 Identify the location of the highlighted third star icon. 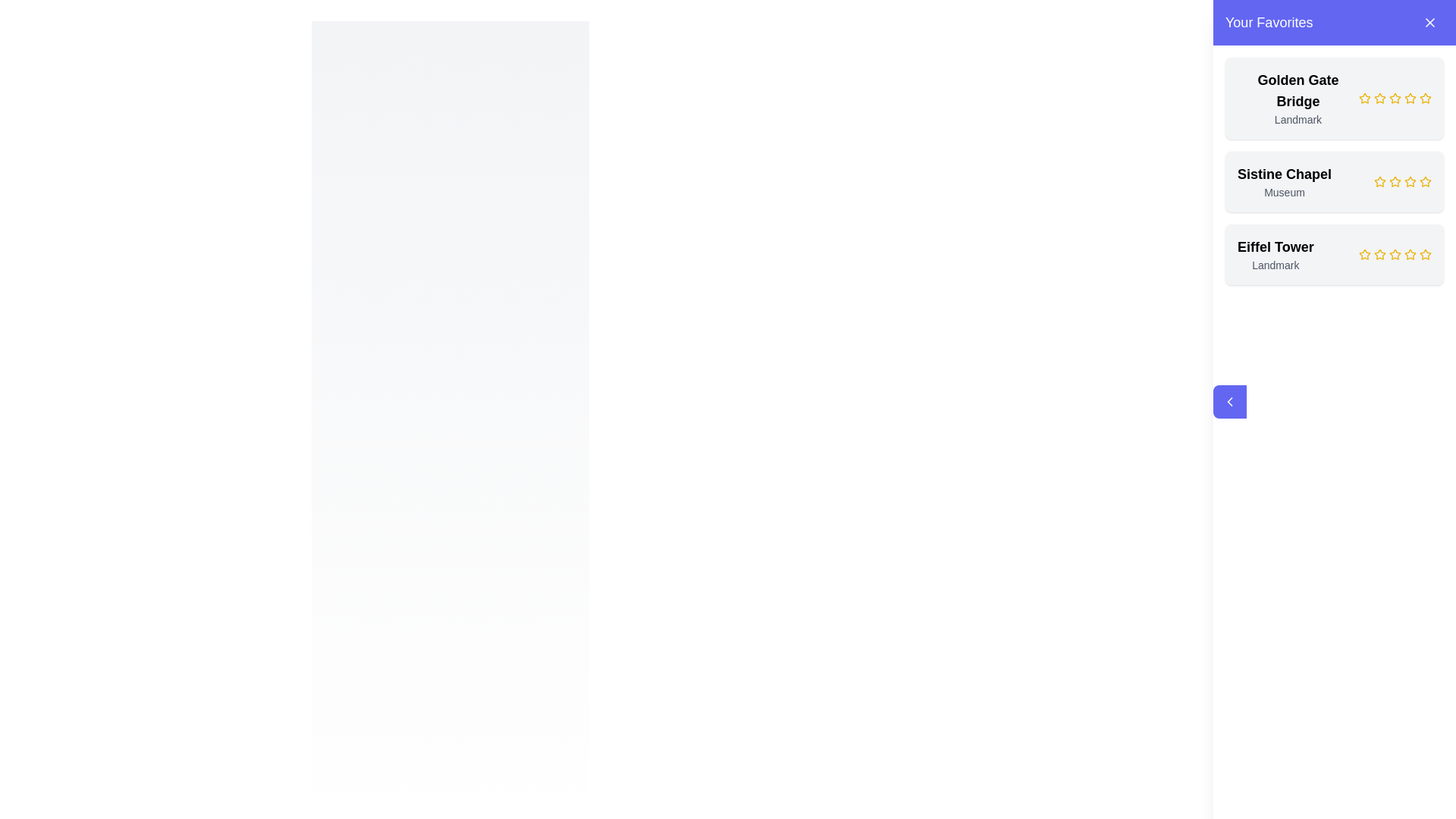
(1395, 253).